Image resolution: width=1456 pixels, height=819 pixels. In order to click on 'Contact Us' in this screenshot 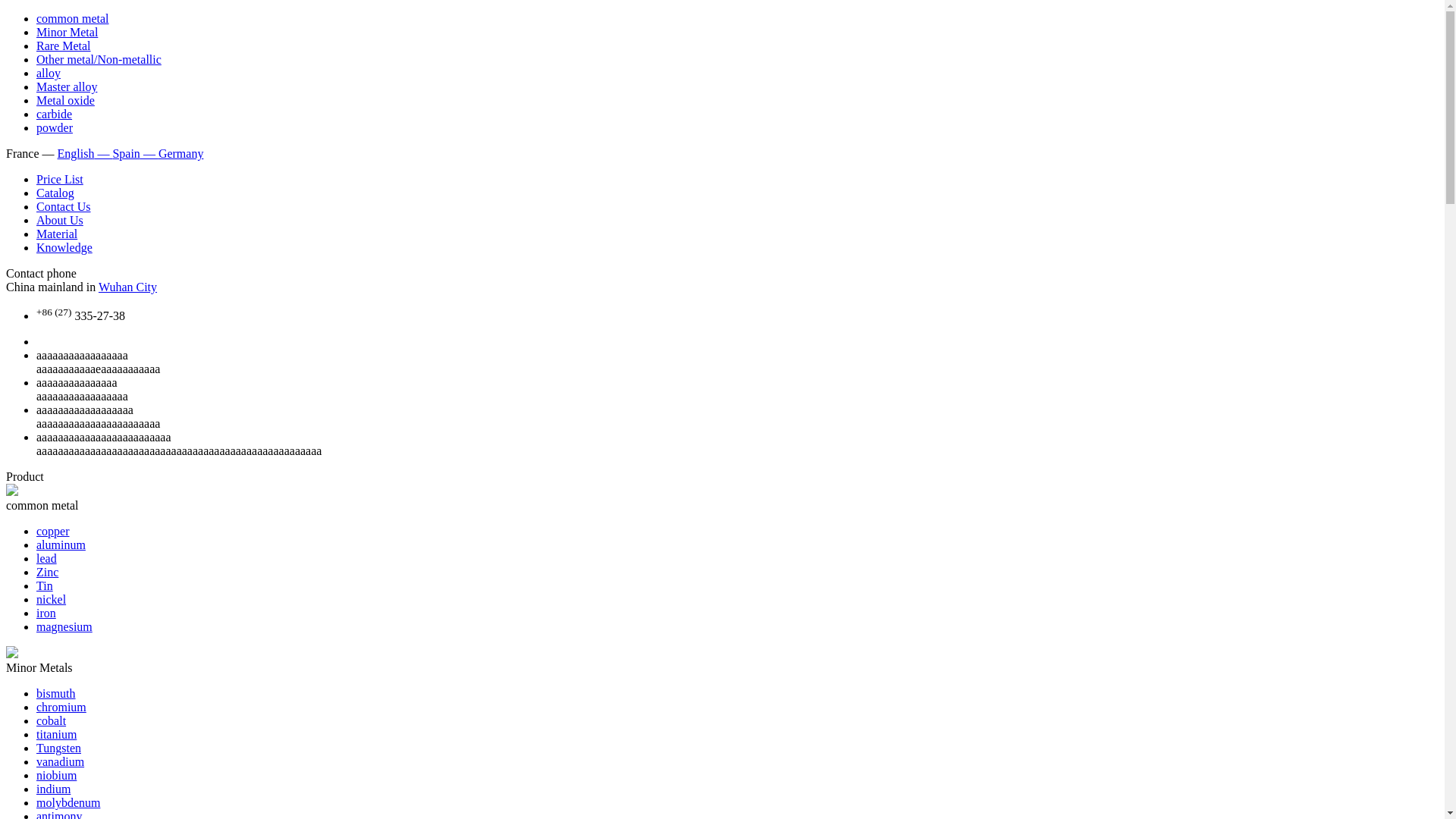, I will do `click(62, 206)`.